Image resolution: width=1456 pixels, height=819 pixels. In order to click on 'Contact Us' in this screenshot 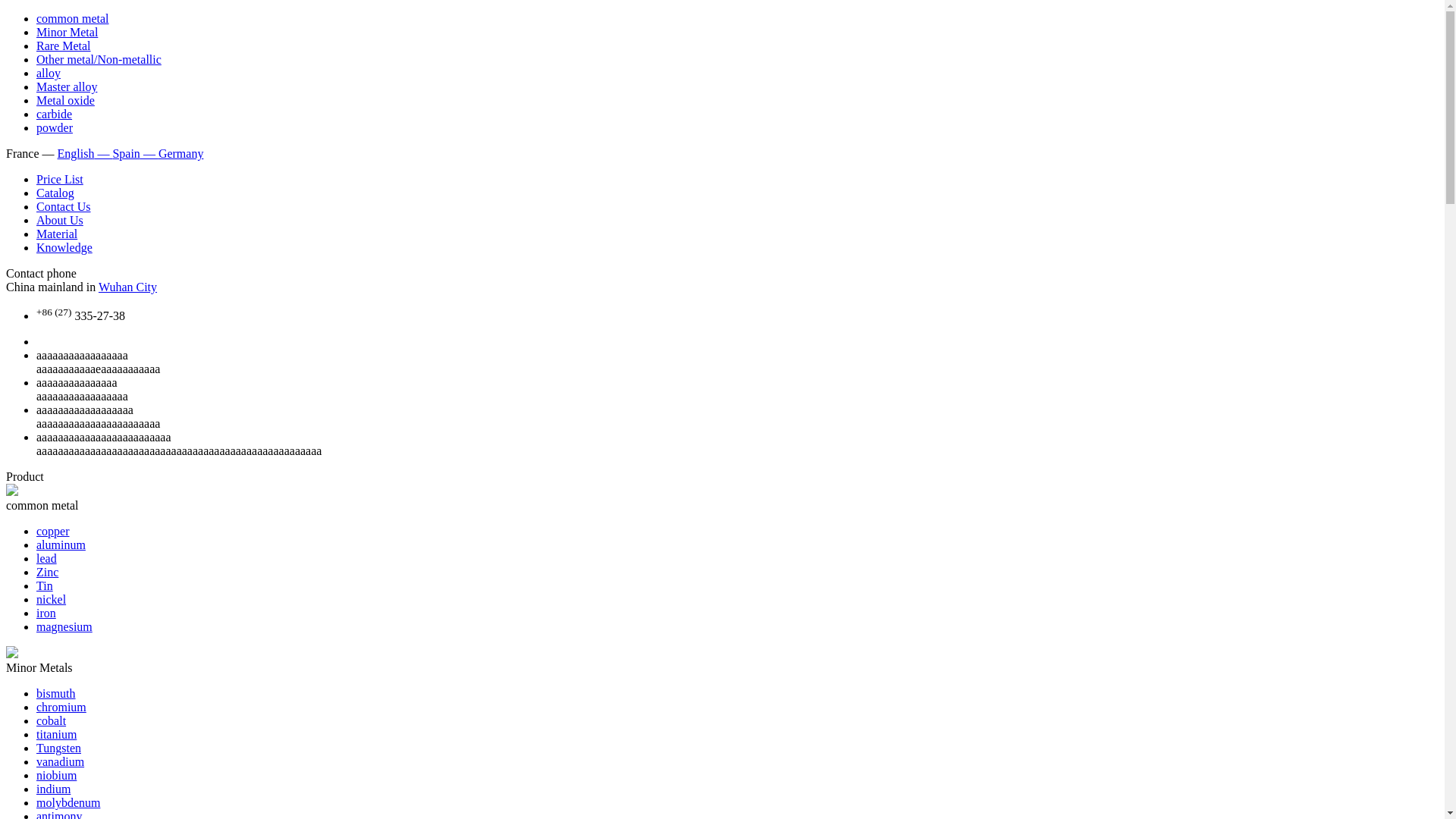, I will do `click(62, 206)`.